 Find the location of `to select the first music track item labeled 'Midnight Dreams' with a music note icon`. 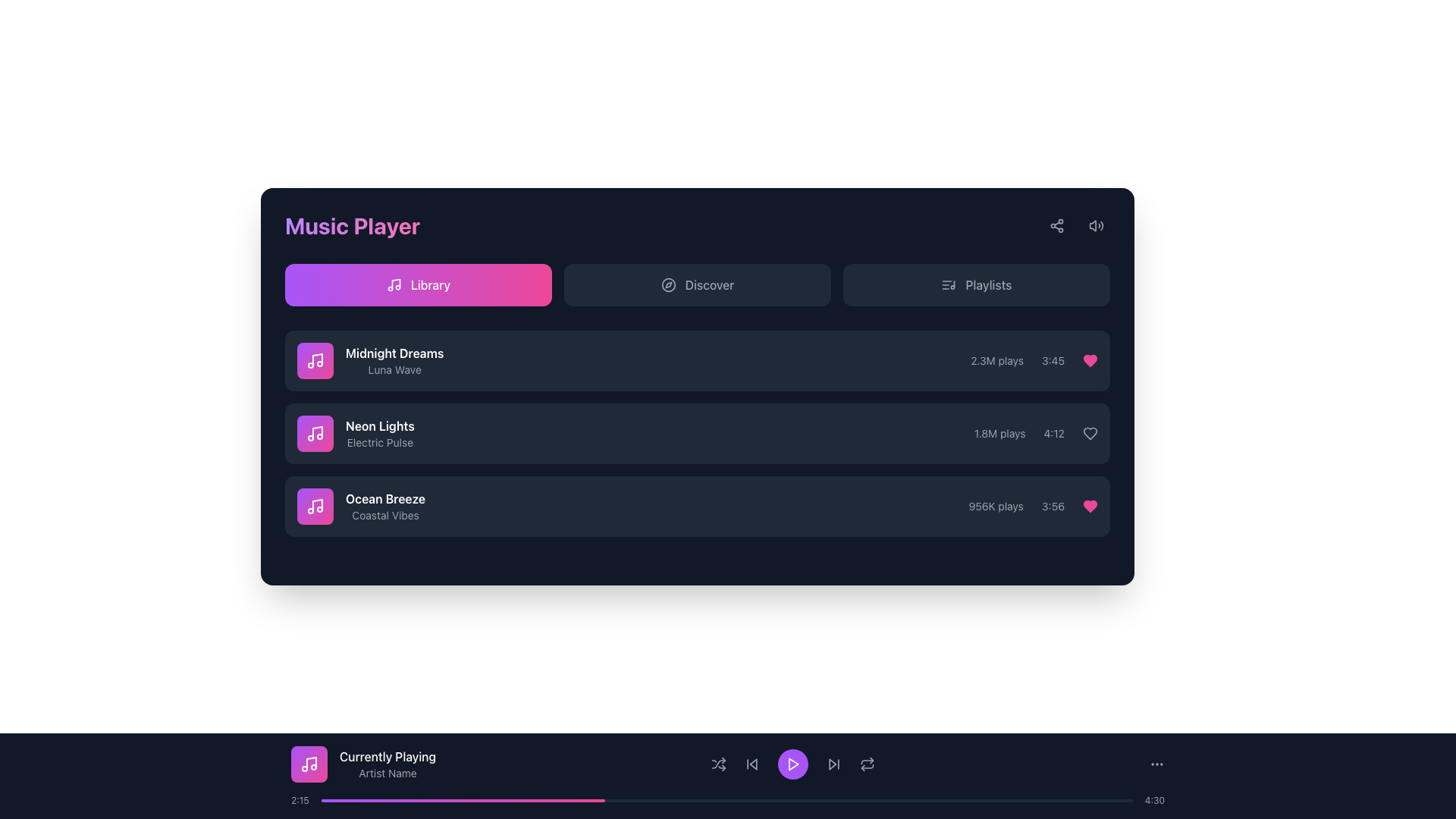

to select the first music track item labeled 'Midnight Dreams' with a music note icon is located at coordinates (370, 360).